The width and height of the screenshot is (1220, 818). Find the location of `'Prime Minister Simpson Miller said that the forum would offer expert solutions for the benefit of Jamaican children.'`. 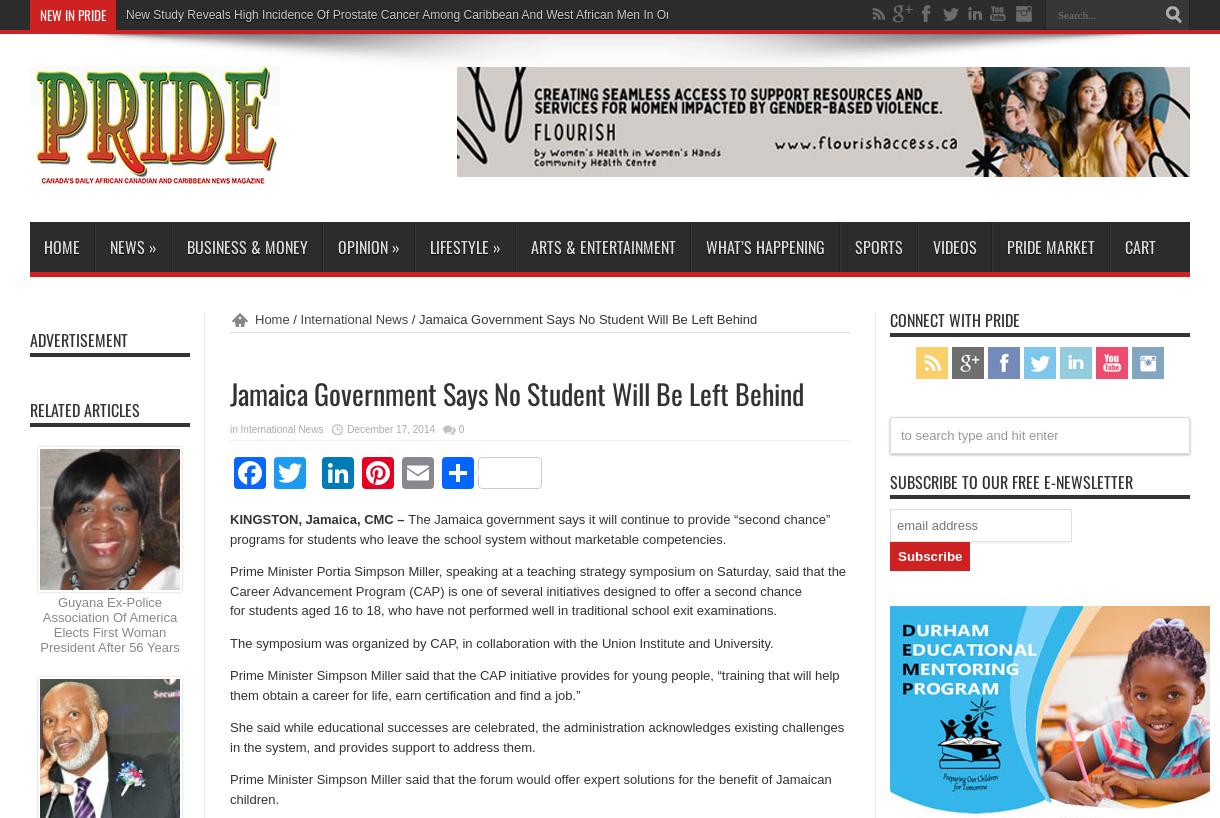

'Prime Minister Simpson Miller said that the forum would offer expert solutions for the benefit of Jamaican children.' is located at coordinates (530, 788).